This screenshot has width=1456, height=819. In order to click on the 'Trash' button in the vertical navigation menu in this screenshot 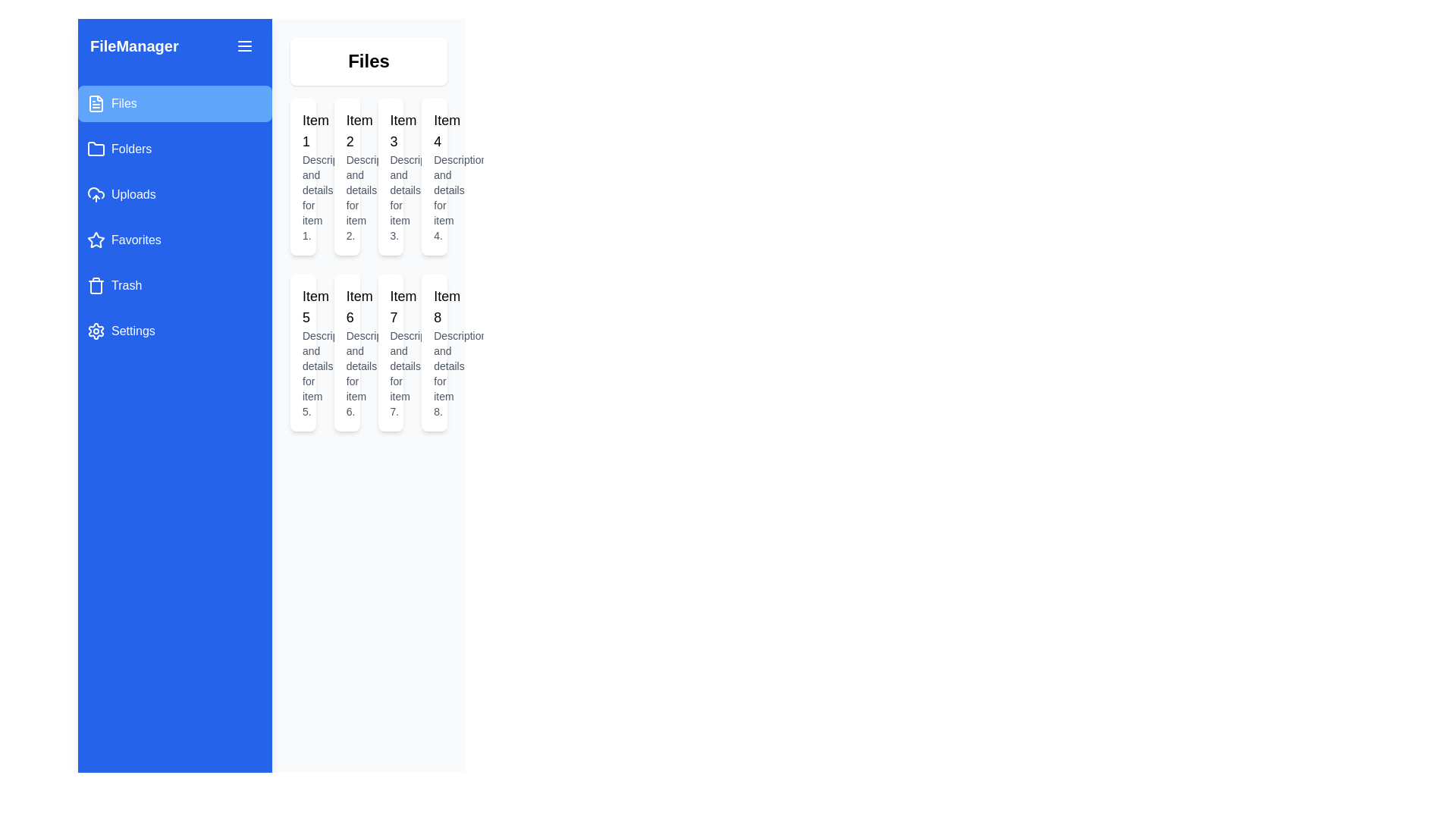, I will do `click(174, 286)`.